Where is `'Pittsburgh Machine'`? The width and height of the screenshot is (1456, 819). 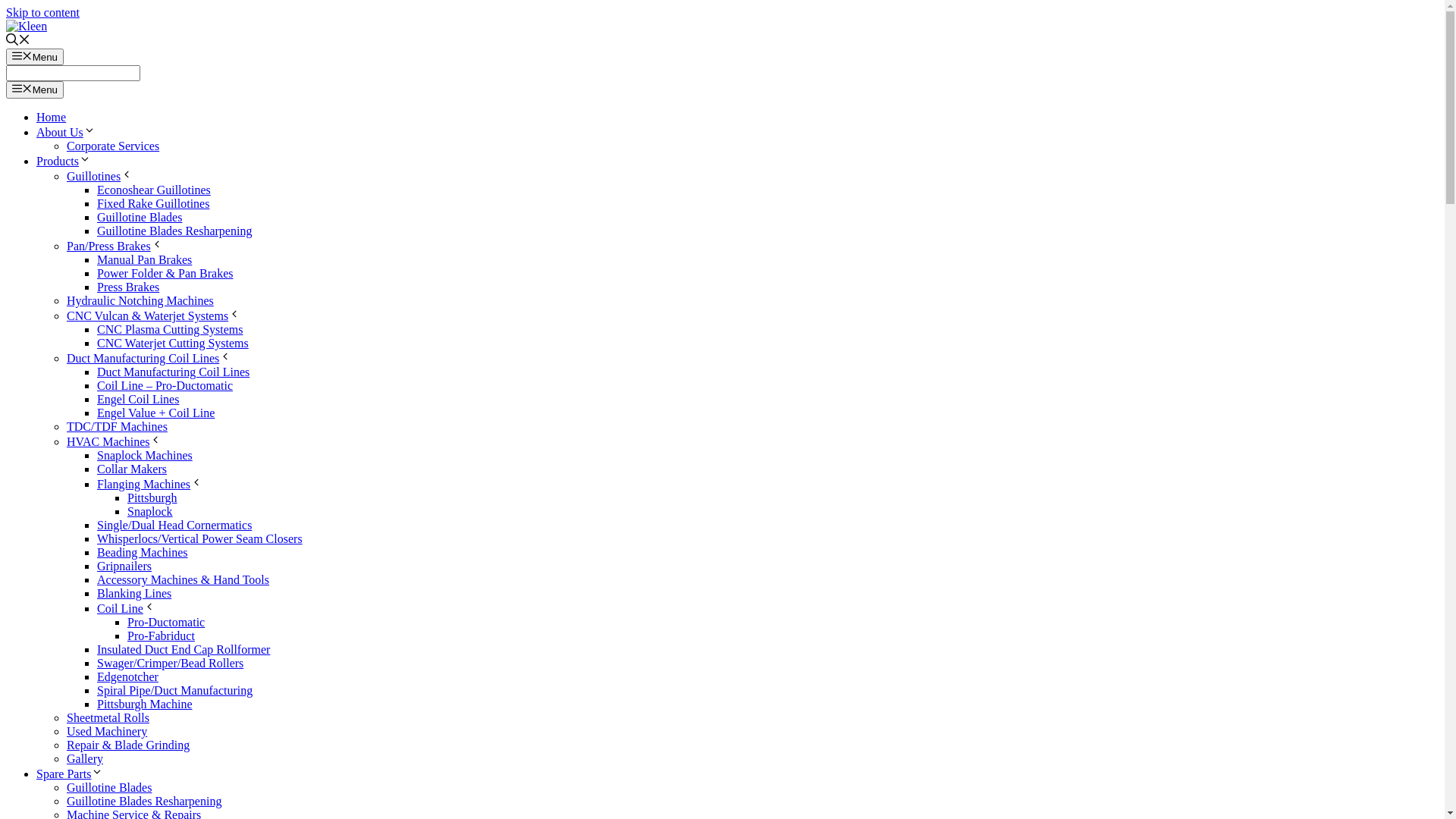 'Pittsburgh Machine' is located at coordinates (144, 704).